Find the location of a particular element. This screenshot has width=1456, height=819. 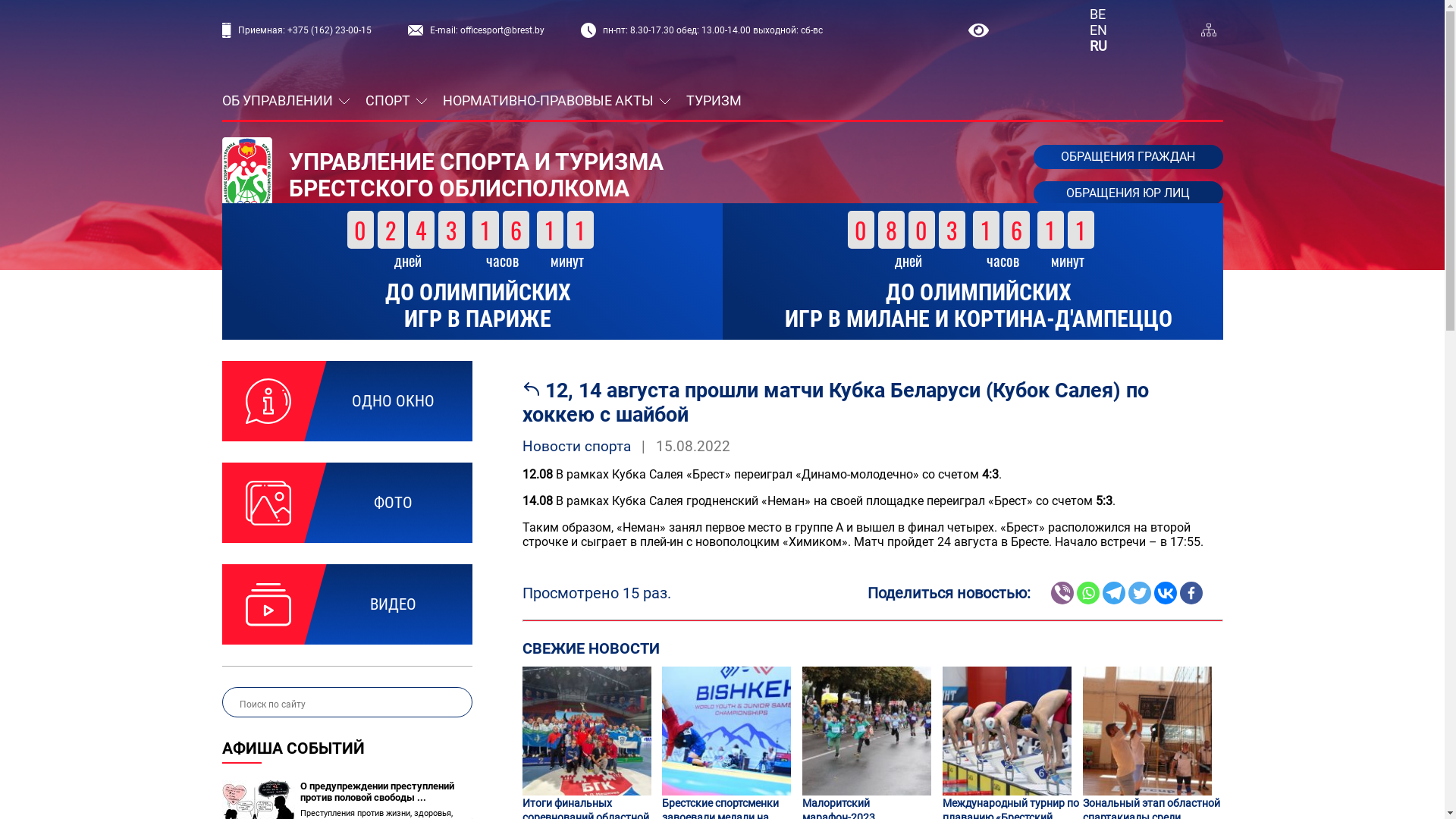

'Vkontakte' is located at coordinates (1164, 592).